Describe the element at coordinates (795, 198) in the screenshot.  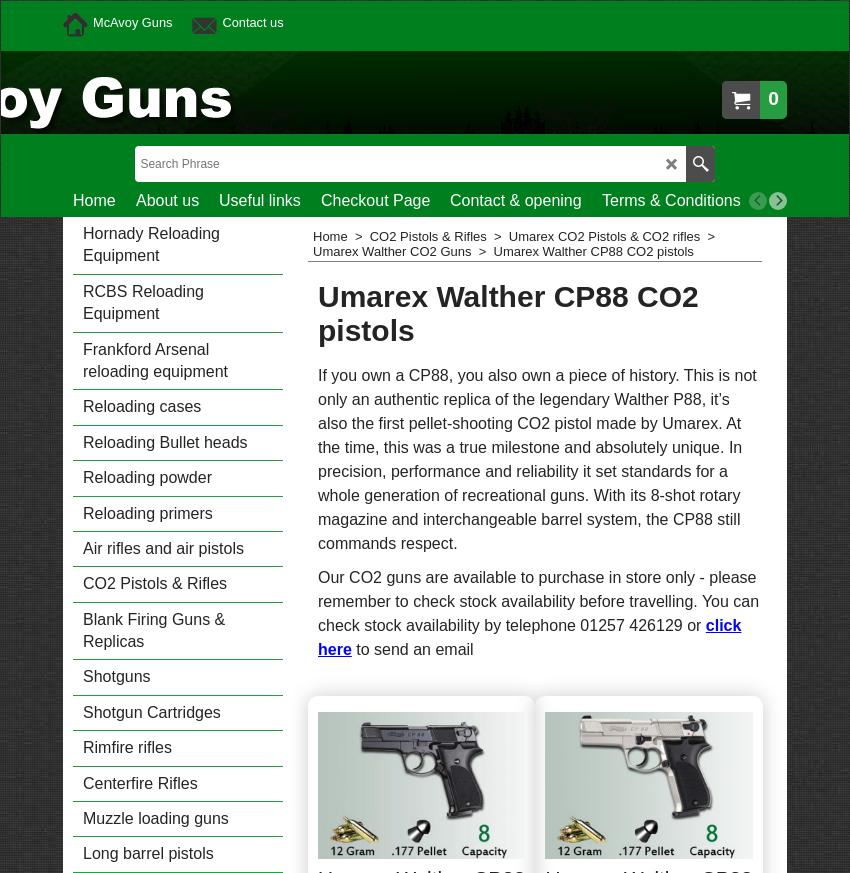
I see `'Favourites'` at that location.